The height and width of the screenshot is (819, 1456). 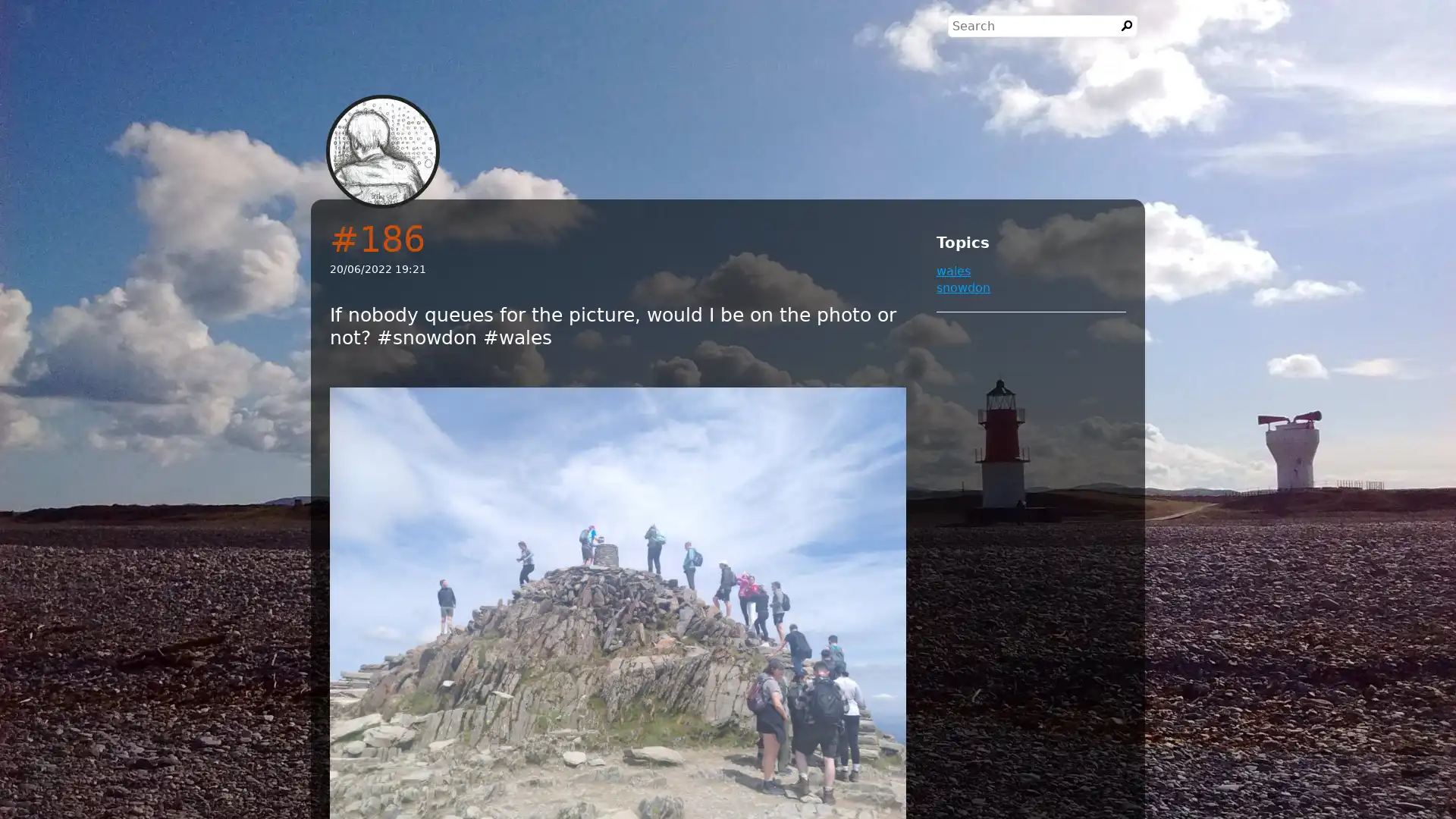 What do you see at coordinates (1127, 26) in the screenshot?
I see `Search` at bounding box center [1127, 26].